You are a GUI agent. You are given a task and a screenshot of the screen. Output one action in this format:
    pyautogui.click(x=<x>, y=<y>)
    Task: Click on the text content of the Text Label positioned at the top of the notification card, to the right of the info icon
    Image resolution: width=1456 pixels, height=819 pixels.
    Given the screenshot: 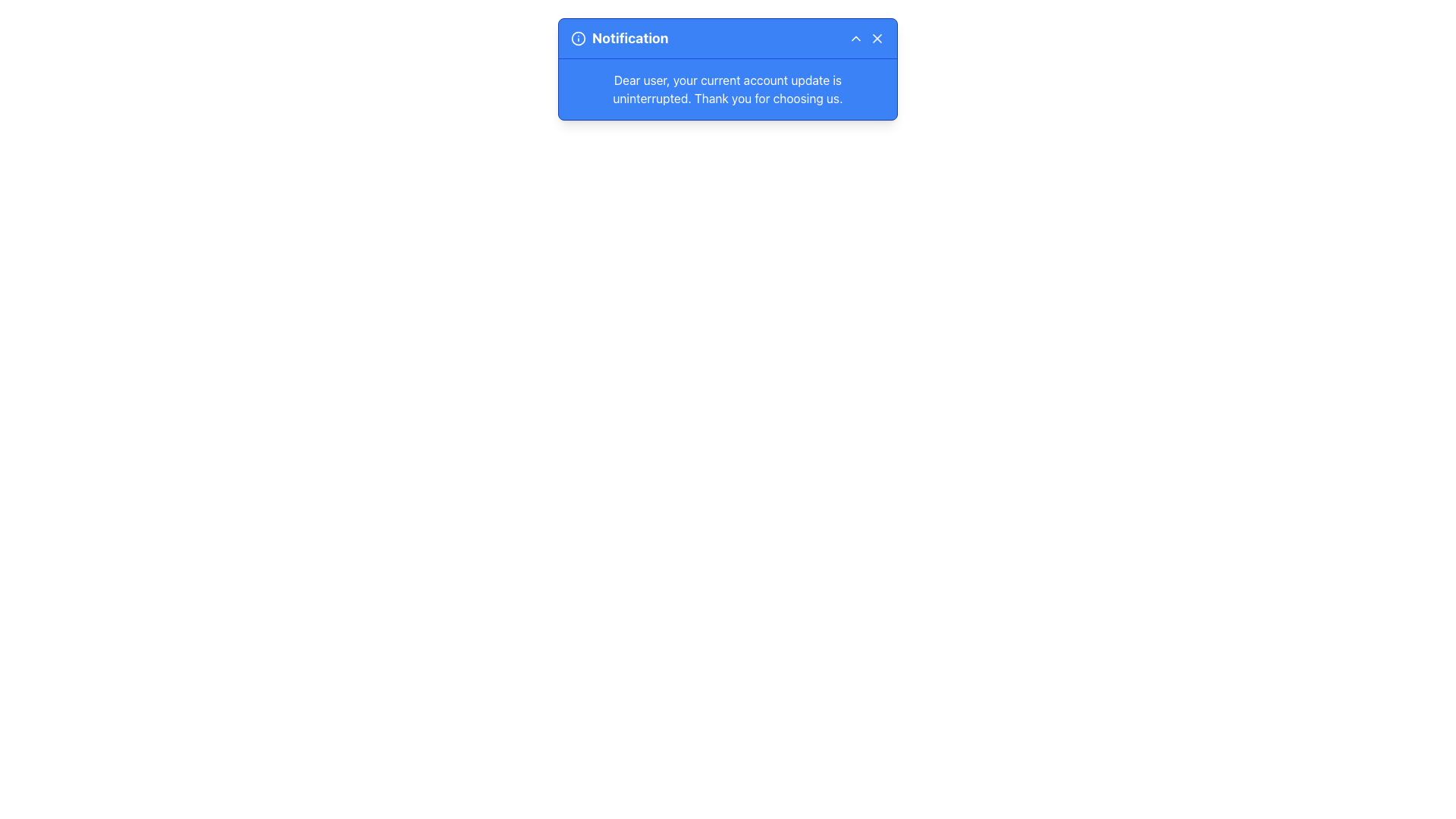 What is the action you would take?
    pyautogui.click(x=630, y=37)
    